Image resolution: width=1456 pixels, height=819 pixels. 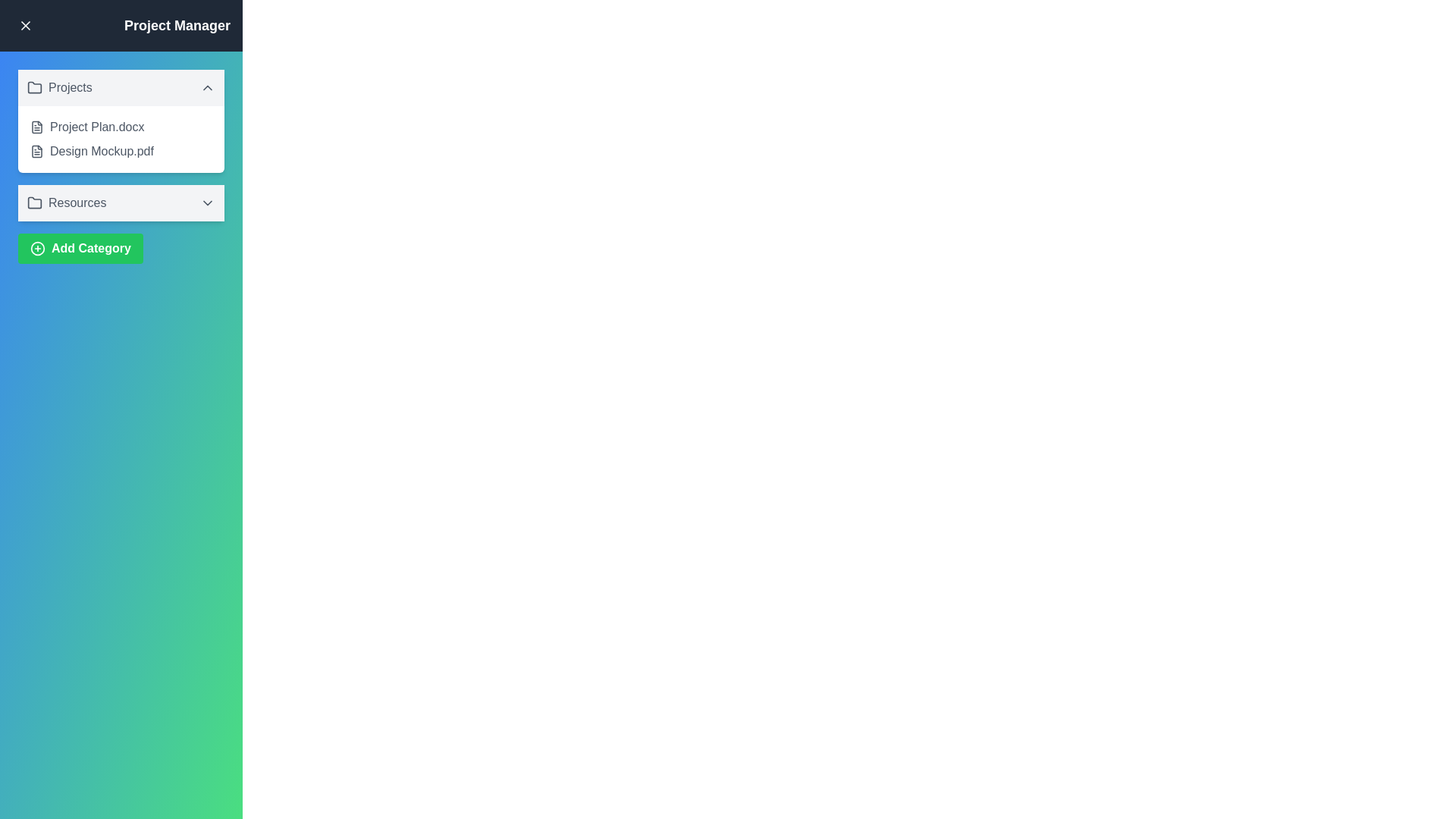 What do you see at coordinates (120, 127) in the screenshot?
I see `the 'Project Plan.docx' file entry item in the Projects dropdown list located in the left-hand panel` at bounding box center [120, 127].